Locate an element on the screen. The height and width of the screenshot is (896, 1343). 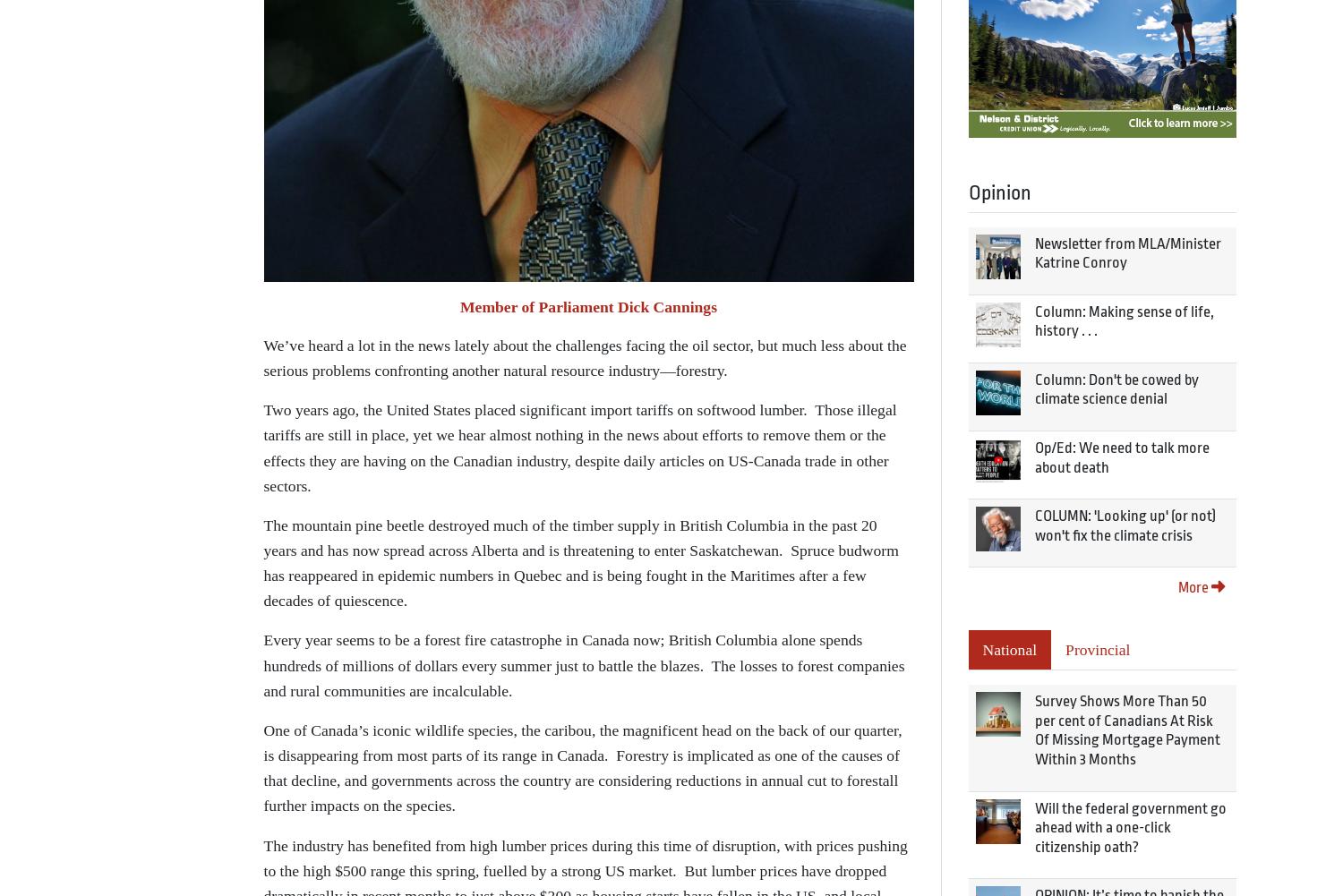
'Creative Commons' is located at coordinates (721, 529).